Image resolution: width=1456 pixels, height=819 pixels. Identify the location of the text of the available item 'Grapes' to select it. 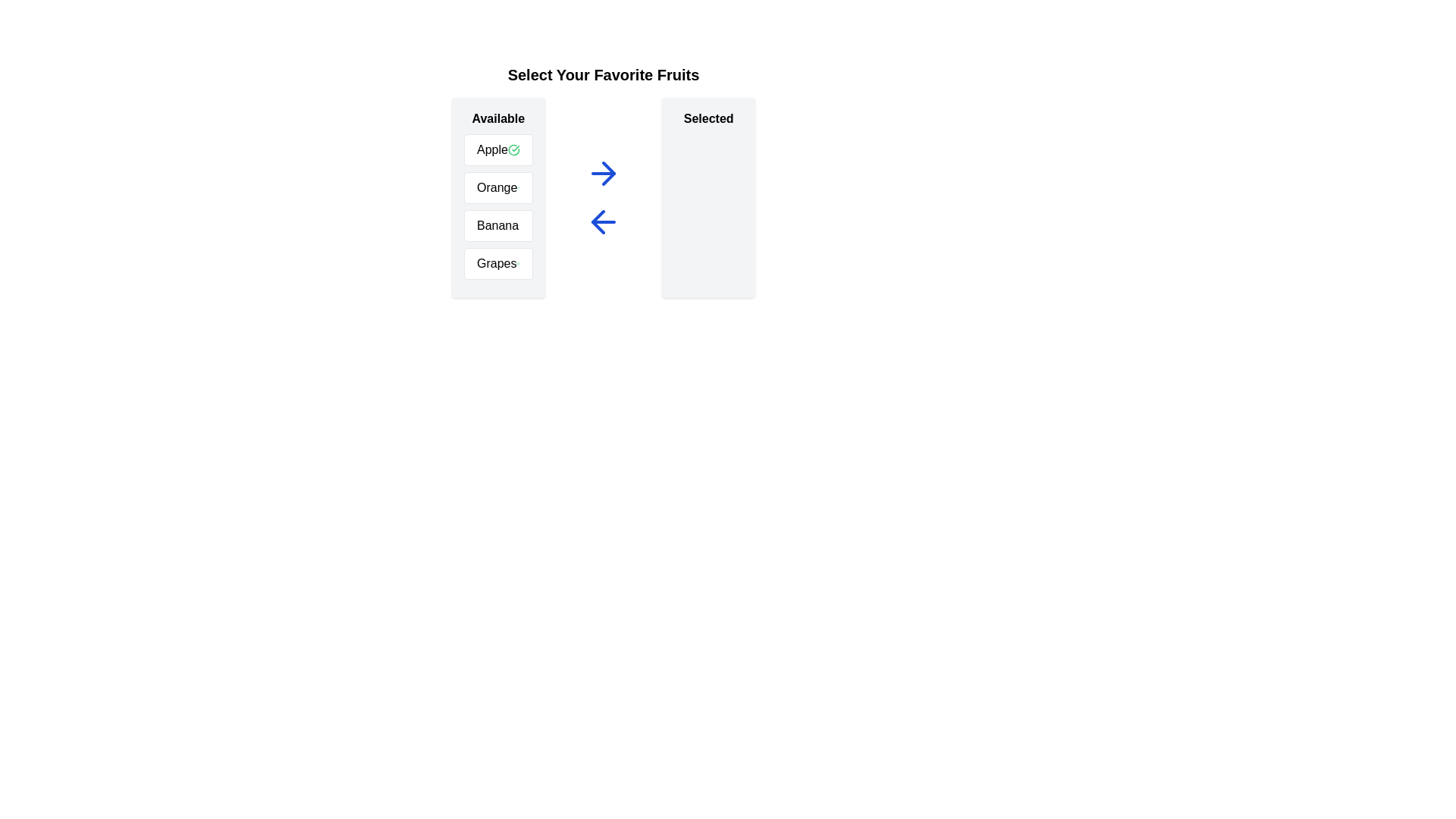
(498, 262).